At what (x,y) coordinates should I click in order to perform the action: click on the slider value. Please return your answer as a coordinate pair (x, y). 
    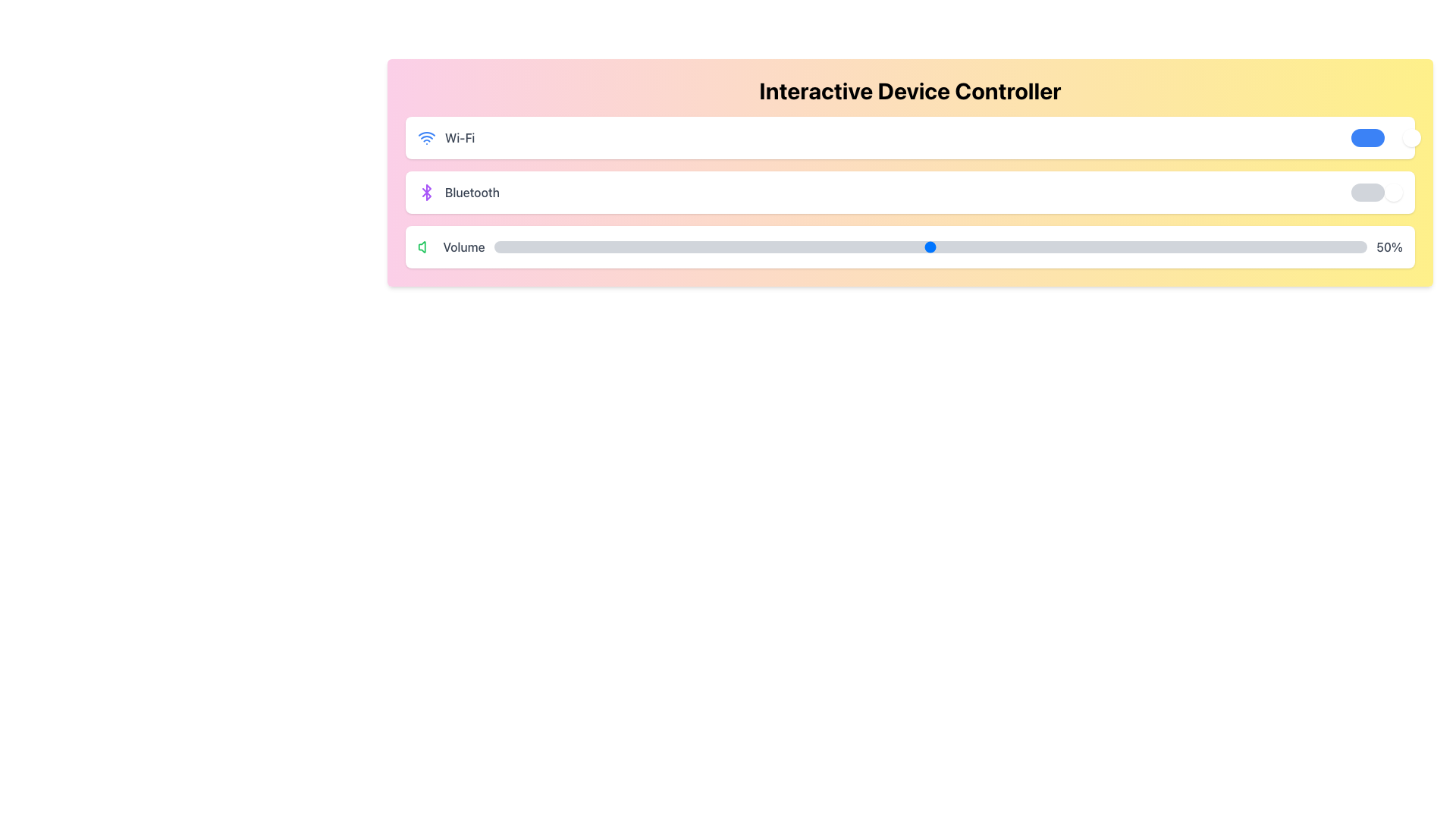
    Looking at the image, I should click on (694, 240).